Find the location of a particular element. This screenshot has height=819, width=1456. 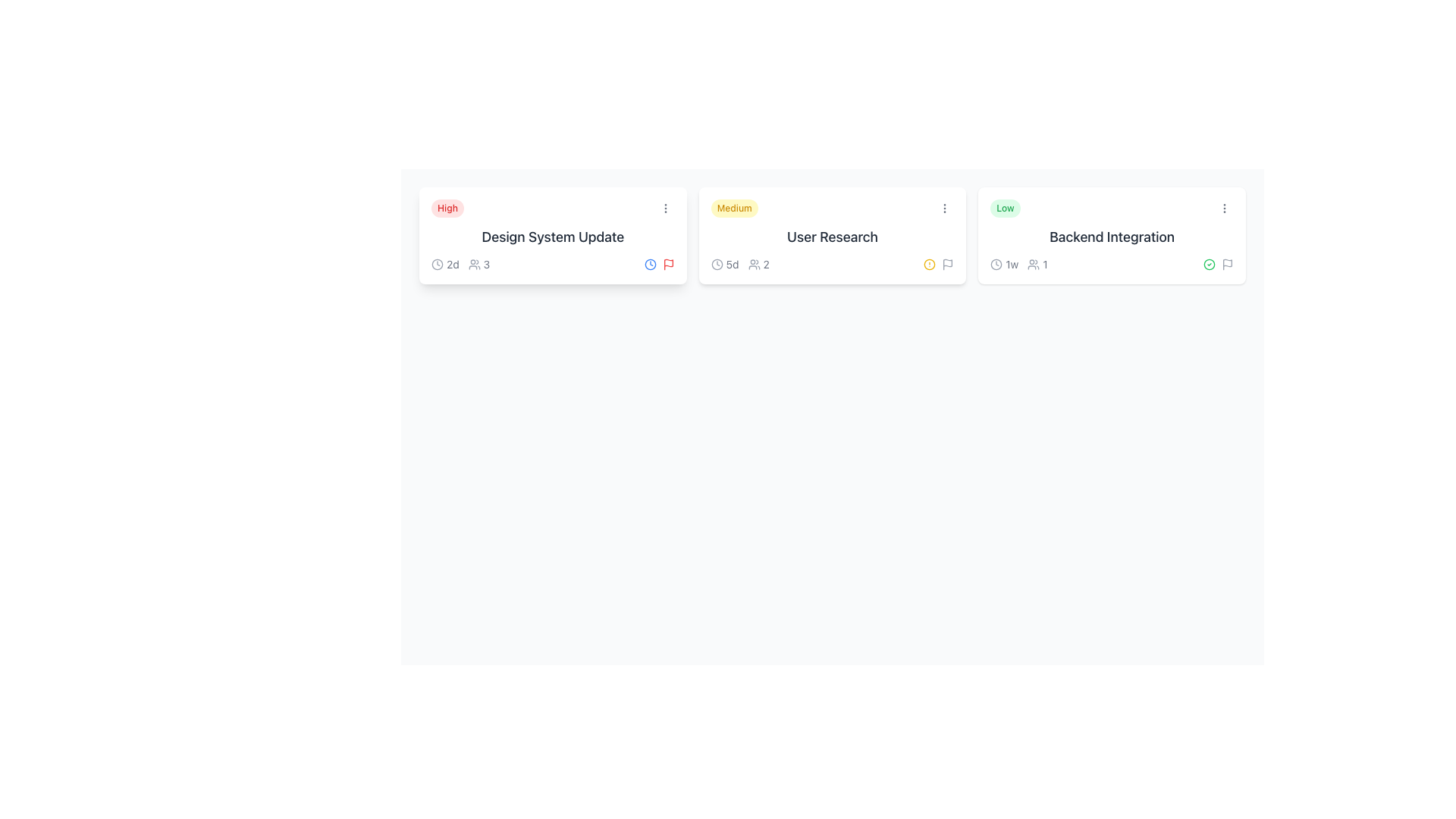

the text label indicating the number of users associated with the card labeled 'Backend Integration', located at the center-bottom of the card is located at coordinates (1044, 263).